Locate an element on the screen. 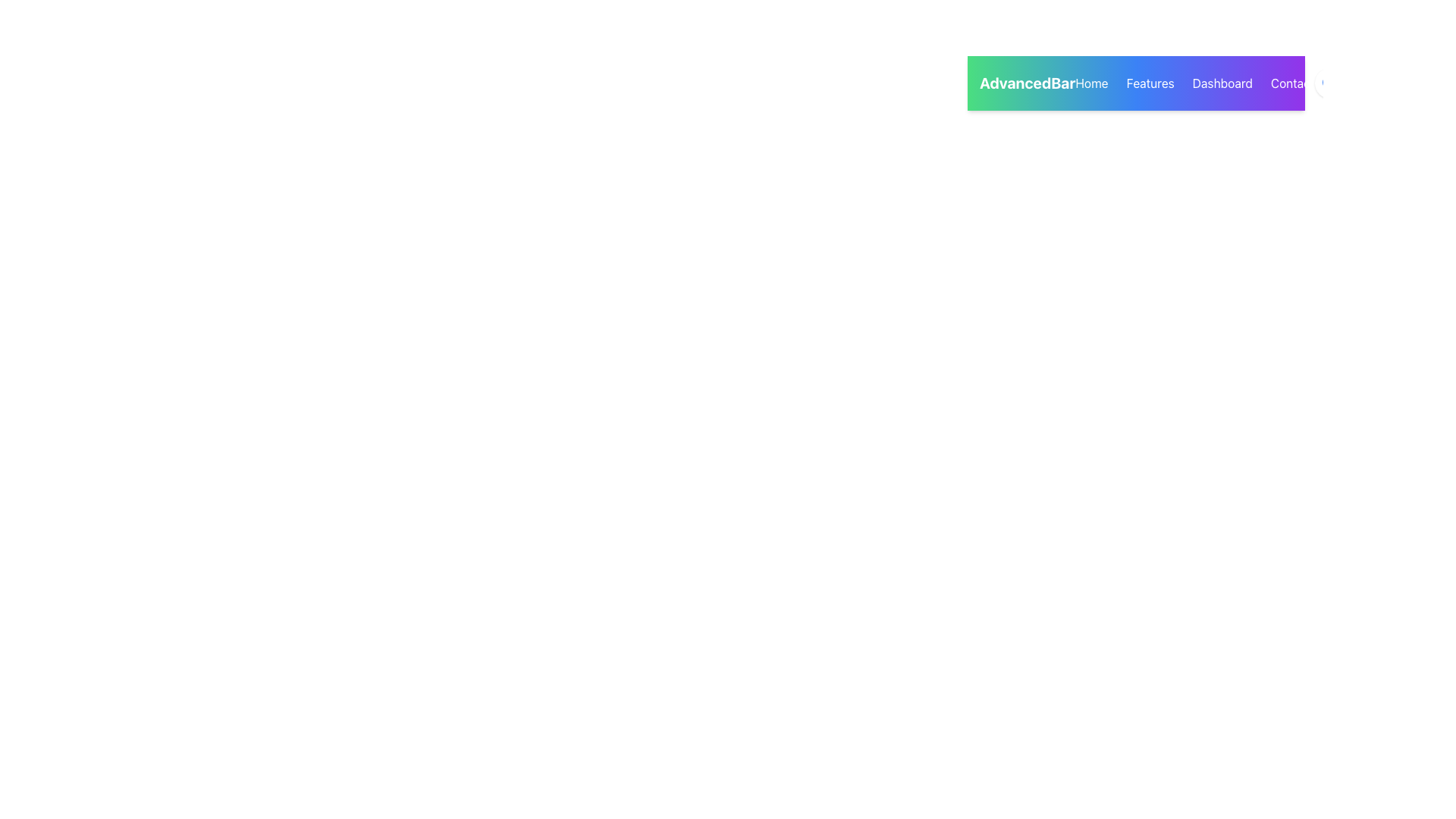 The width and height of the screenshot is (1456, 819). the circular button with a white background and a blue magnifying glass icon located in the top-right corner for accessibility navigation is located at coordinates (1329, 83).